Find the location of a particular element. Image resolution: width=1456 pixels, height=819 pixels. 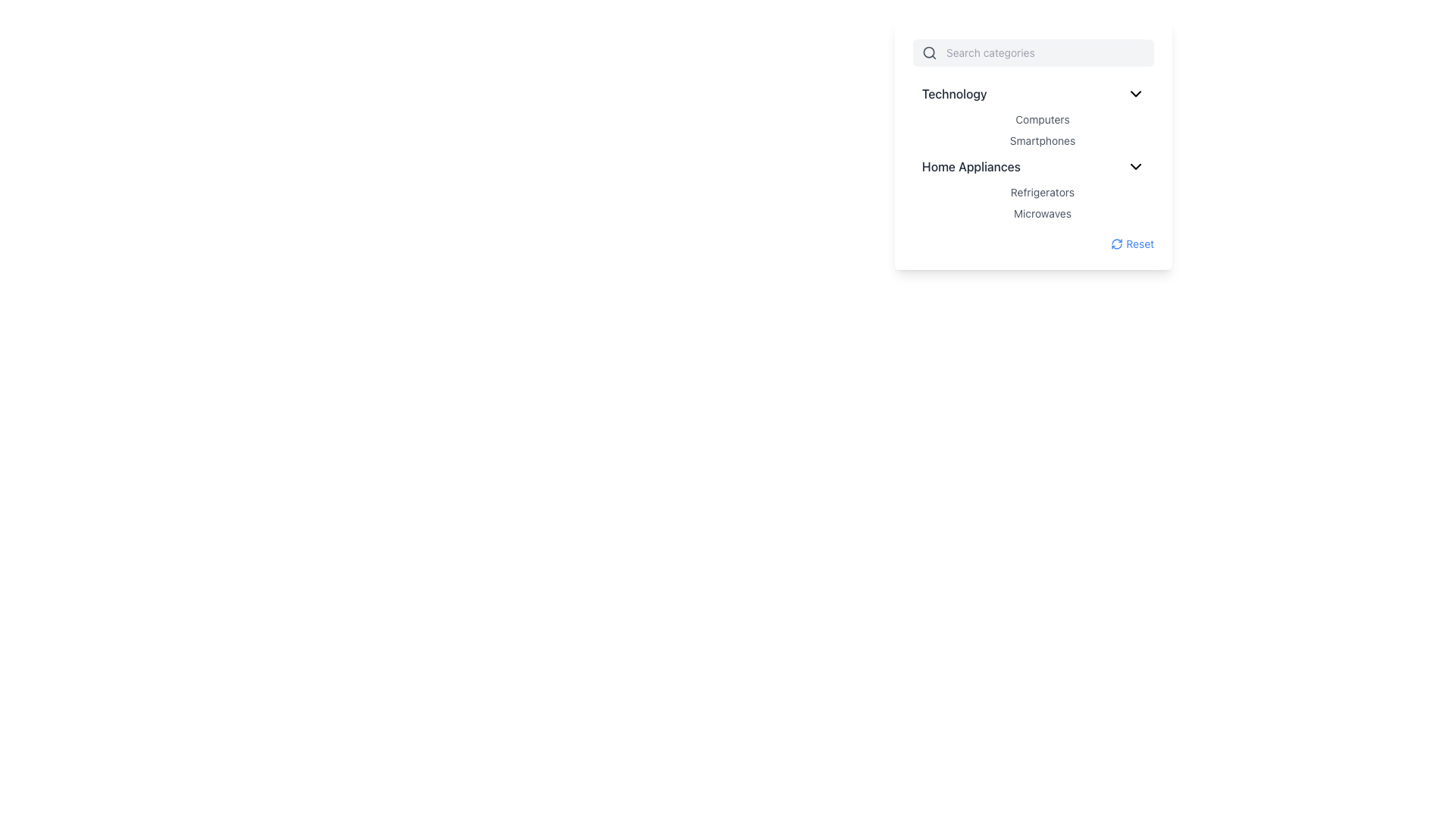

the SVG Circle element within the magnifying glass icon located at the top left corner of the search dropdown panel, adjacent to the 'Search categories' text input field is located at coordinates (928, 52).